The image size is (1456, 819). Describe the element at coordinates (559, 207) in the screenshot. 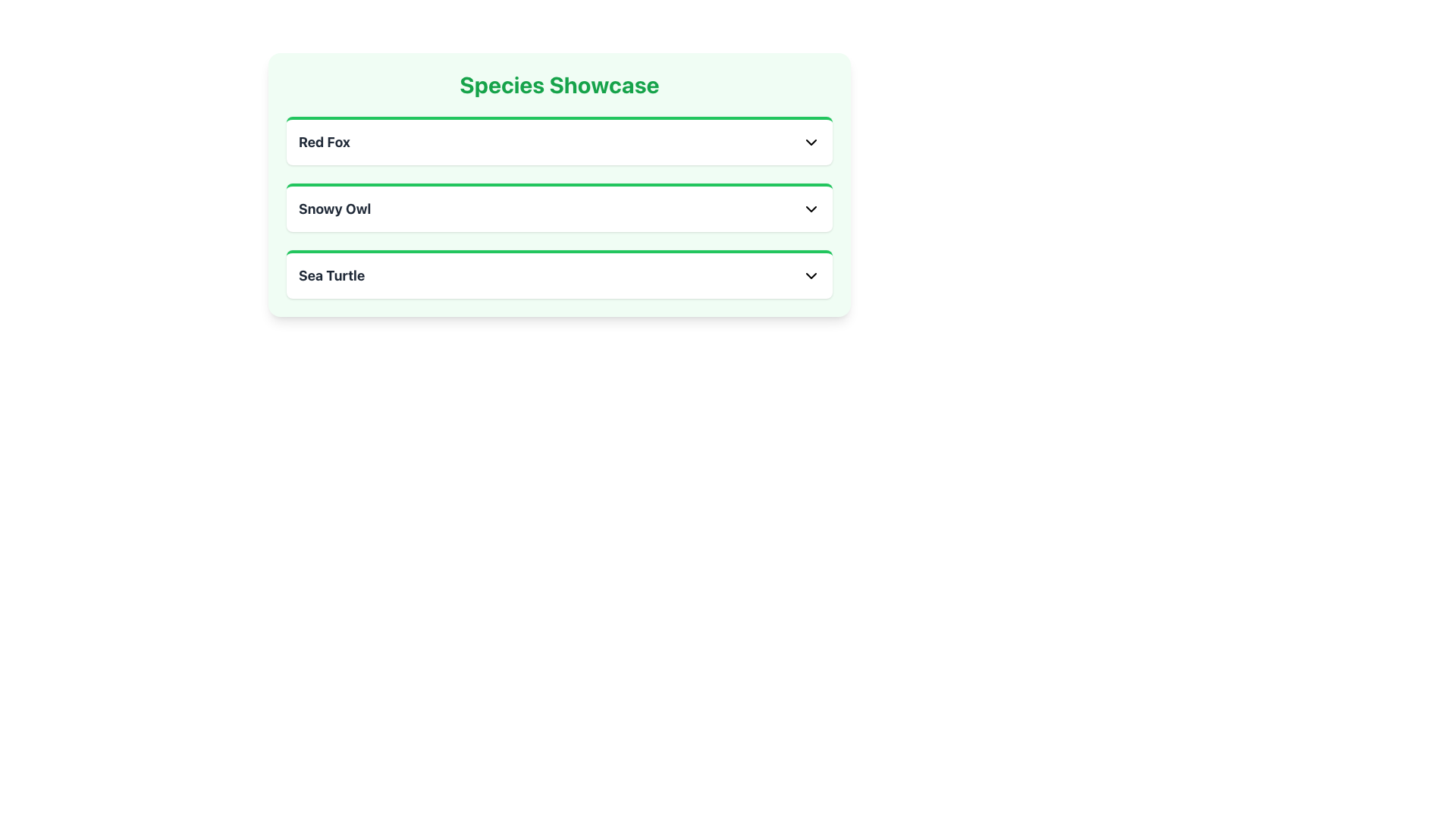

I see `the second selectable box in the 'Species Showcase' section` at that location.